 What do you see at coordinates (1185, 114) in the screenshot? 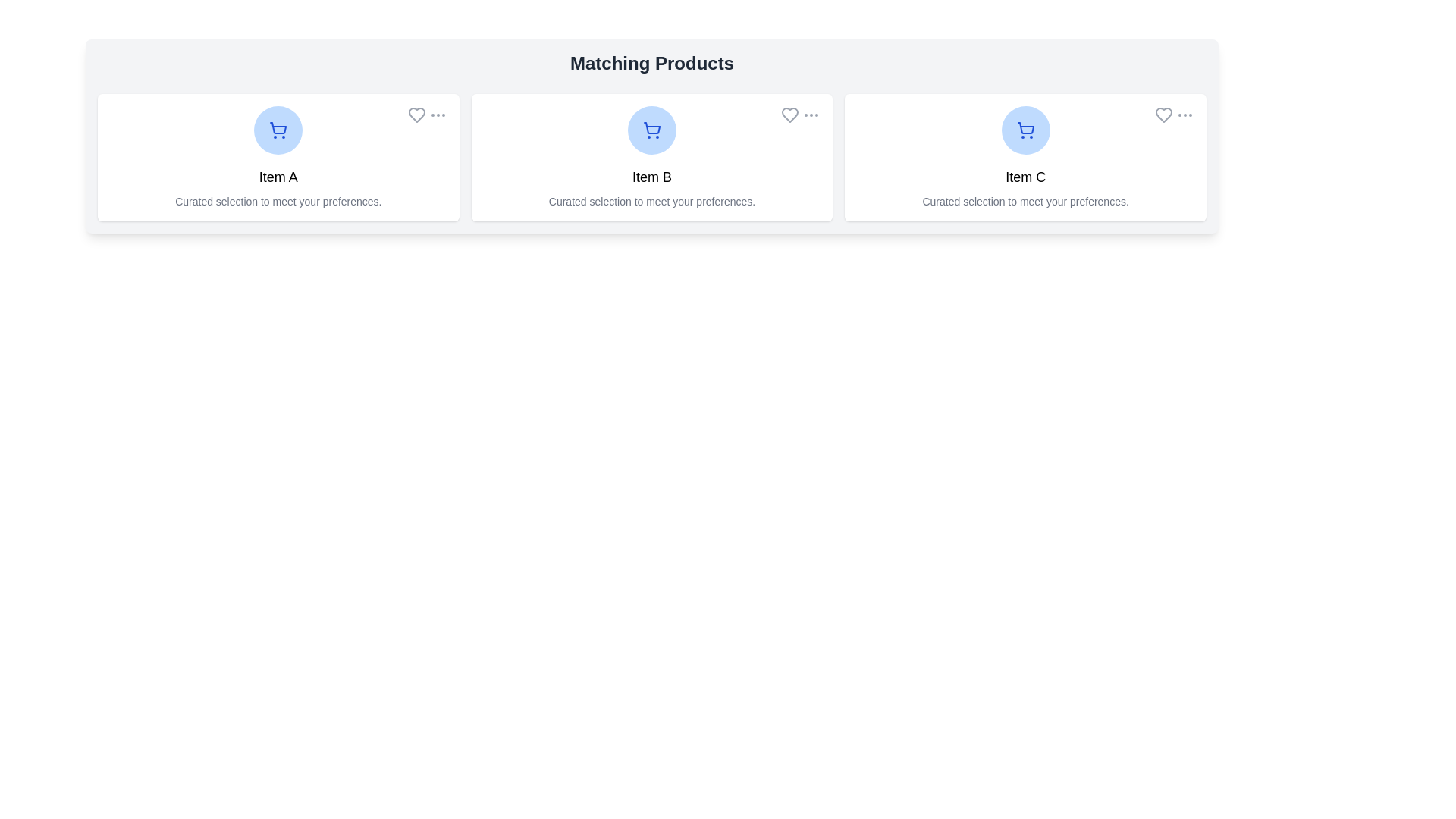
I see `the 'more options' button for Item C` at bounding box center [1185, 114].